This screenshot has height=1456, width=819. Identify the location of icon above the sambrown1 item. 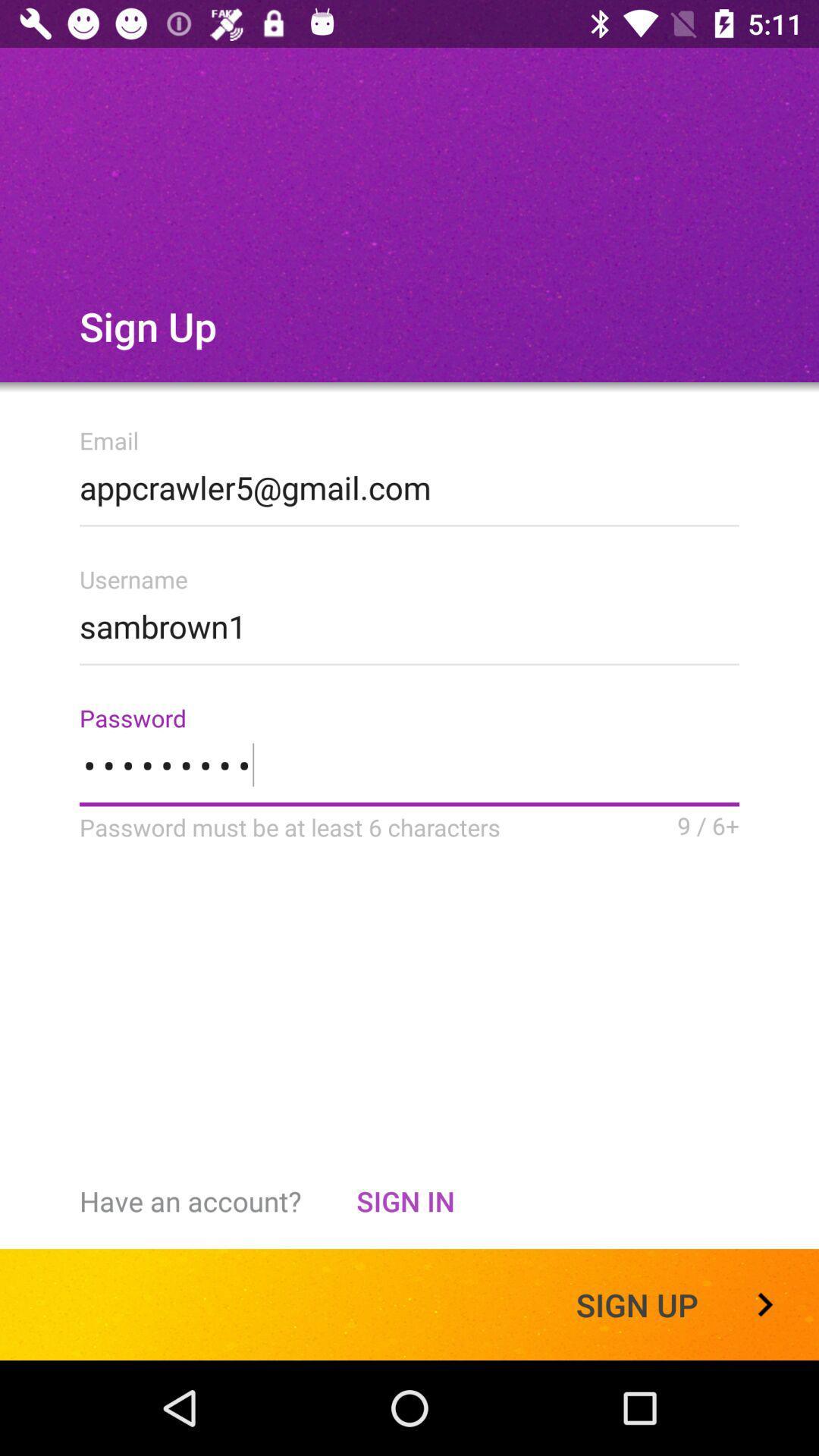
(409, 482).